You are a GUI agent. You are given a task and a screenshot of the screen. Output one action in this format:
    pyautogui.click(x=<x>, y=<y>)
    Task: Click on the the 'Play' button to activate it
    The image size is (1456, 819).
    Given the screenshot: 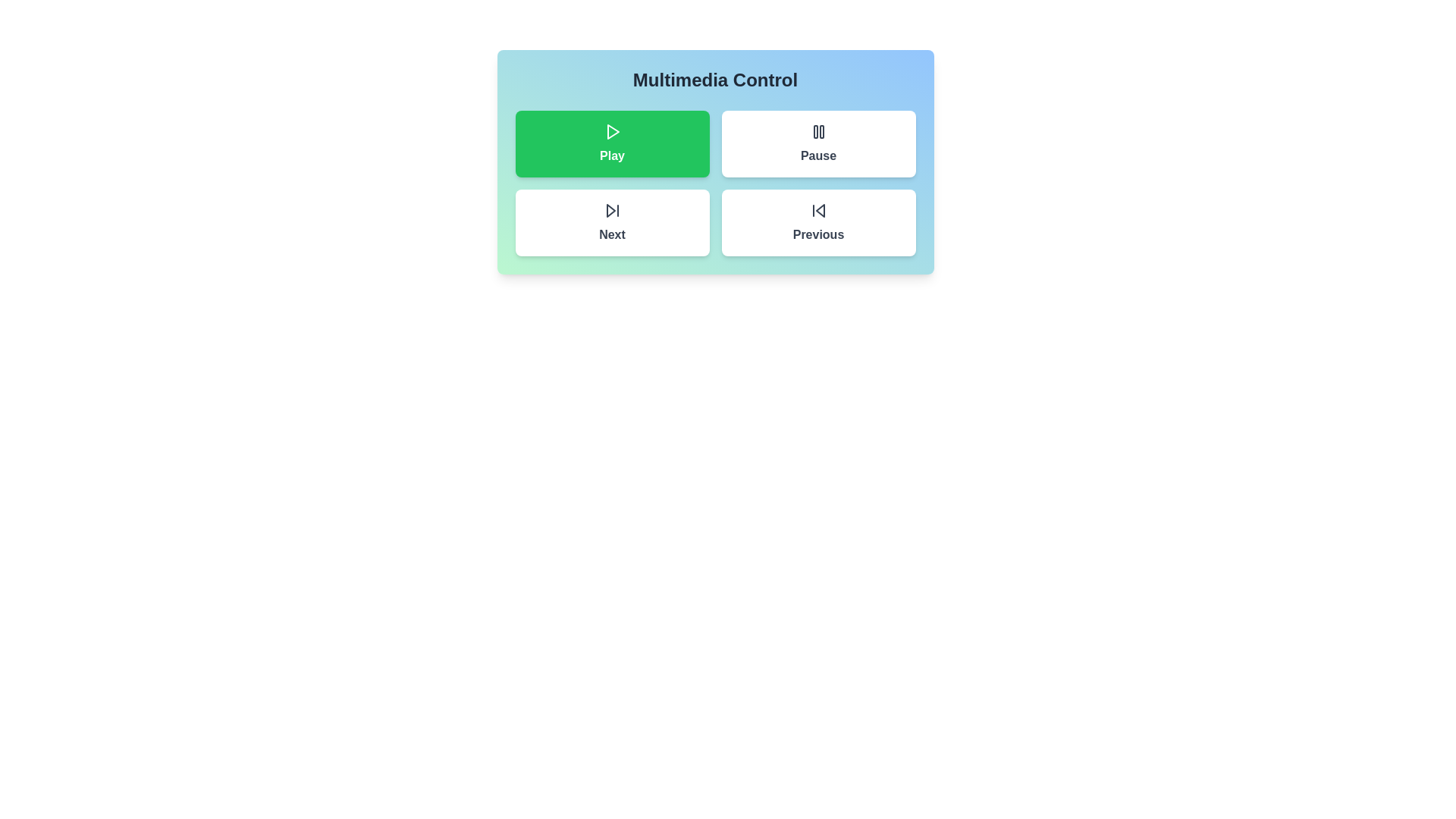 What is the action you would take?
    pyautogui.click(x=612, y=143)
    